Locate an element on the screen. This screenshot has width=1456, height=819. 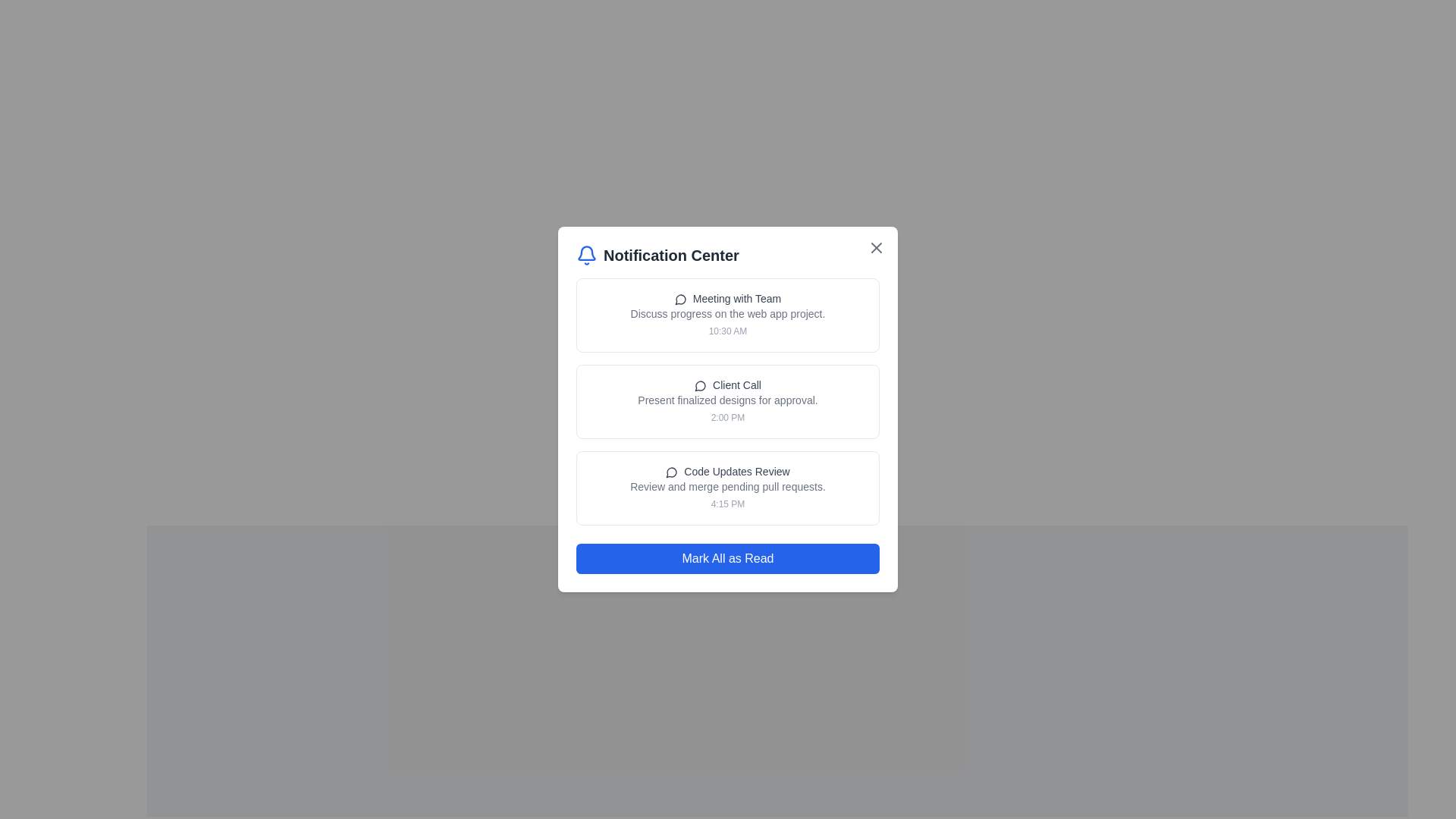
text label that says 'Meeting with Team' located at the top section of the notification list in the Notification Center popup is located at coordinates (728, 298).